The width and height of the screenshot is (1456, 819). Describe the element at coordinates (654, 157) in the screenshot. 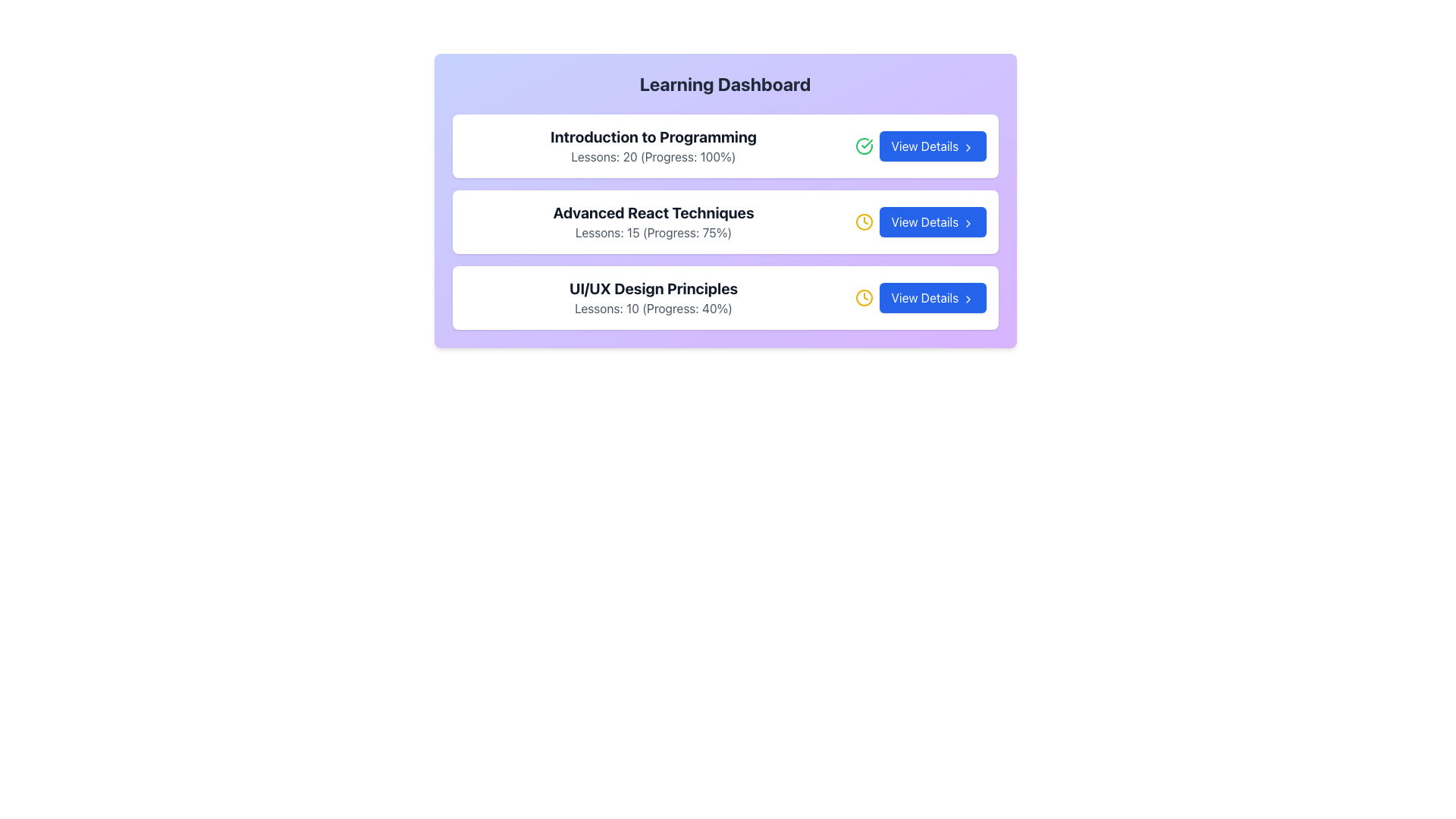

I see `the static text label that displays the number of lessons and progress percentage, located directly below the 'Introduction to Programming' header in the 'Learning Dashboard'` at that location.